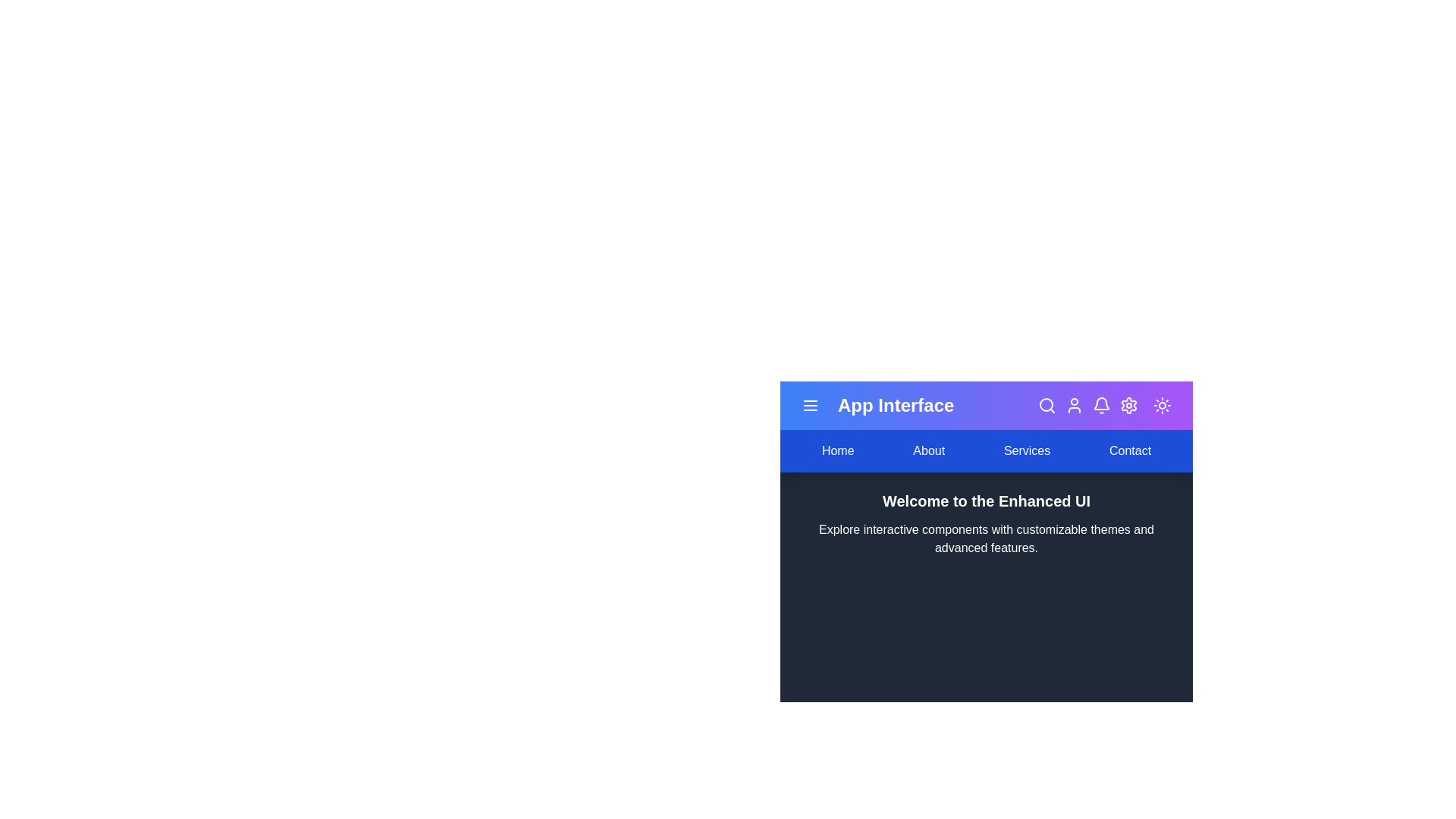  Describe the element at coordinates (810, 405) in the screenshot. I see `the menu button to toggle the visibility of the menu` at that location.